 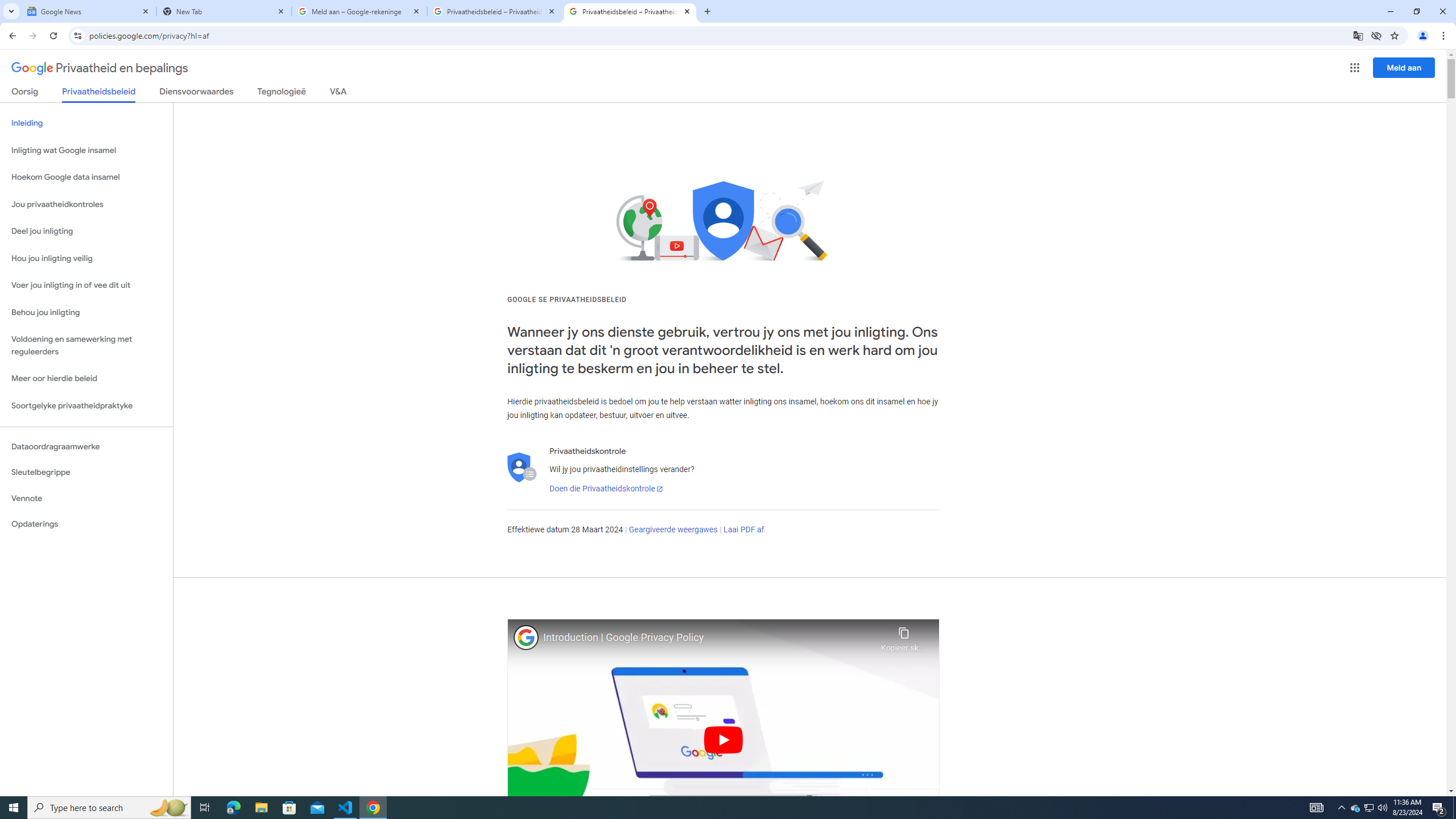 I want to click on 'Fotobeeld van Google', so click(x=526, y=636).